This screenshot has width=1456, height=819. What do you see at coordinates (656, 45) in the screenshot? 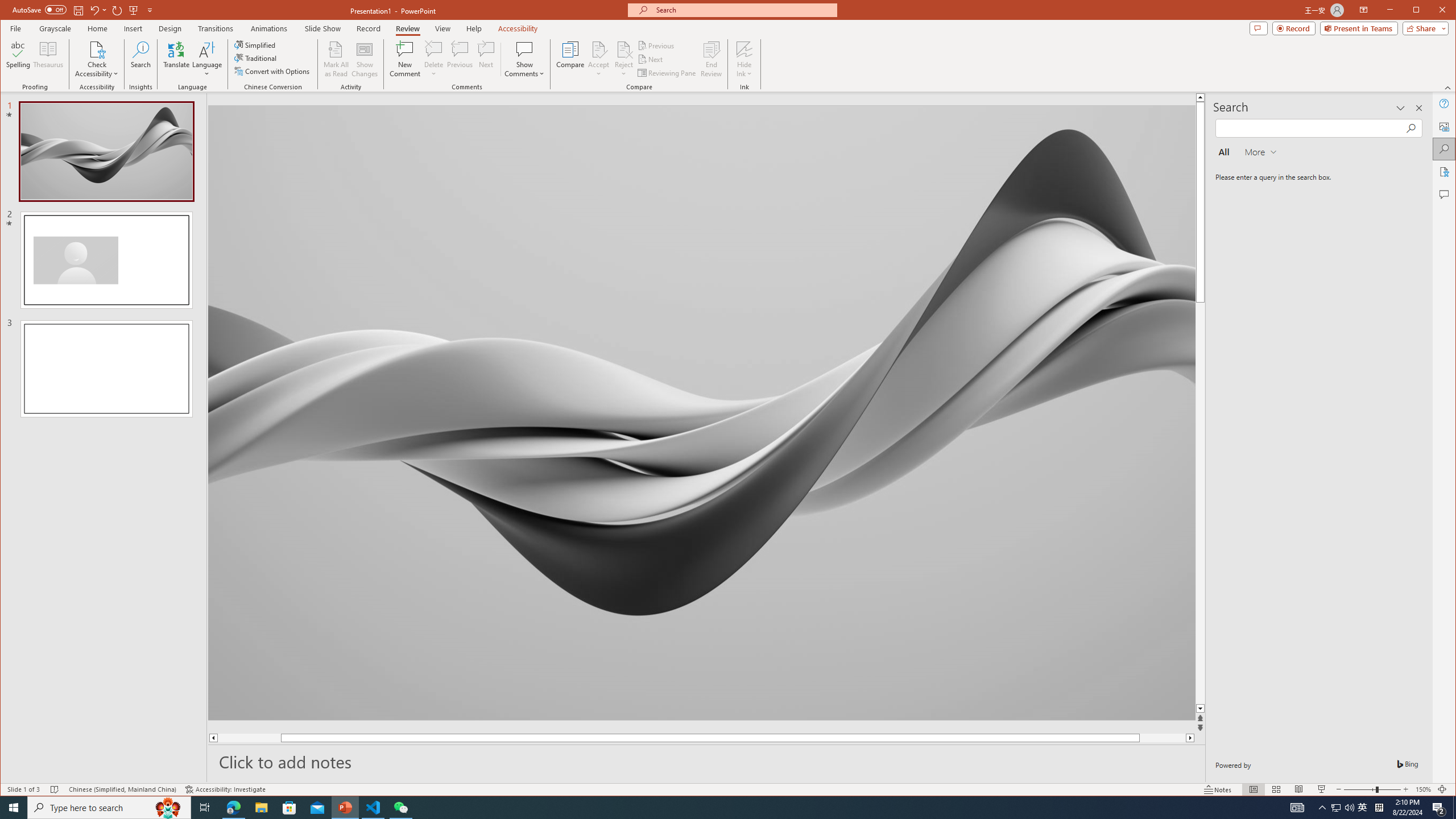
I see `'Previous'` at bounding box center [656, 45].